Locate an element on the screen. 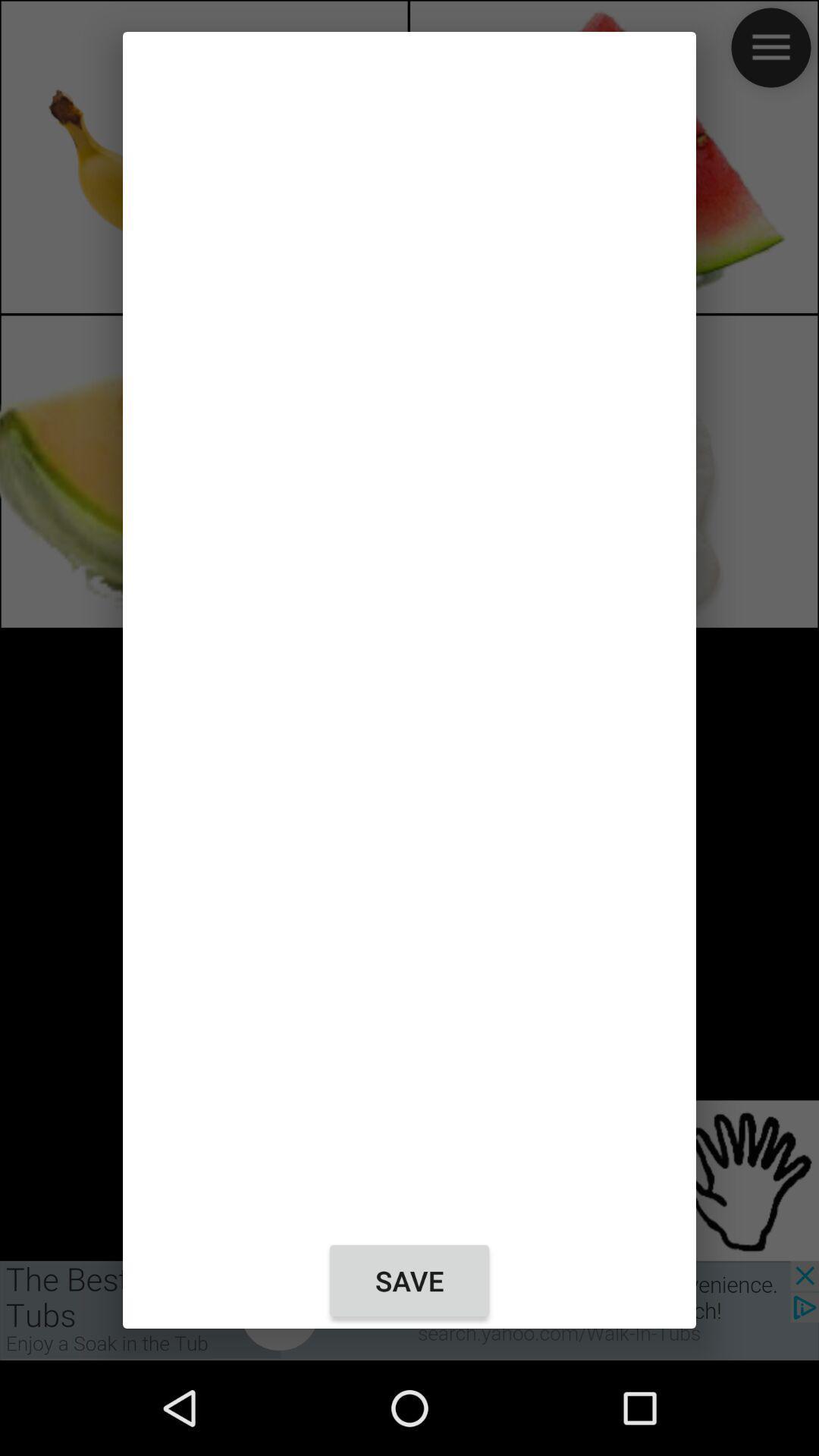 Image resolution: width=819 pixels, height=1456 pixels. save is located at coordinates (409, 1280).